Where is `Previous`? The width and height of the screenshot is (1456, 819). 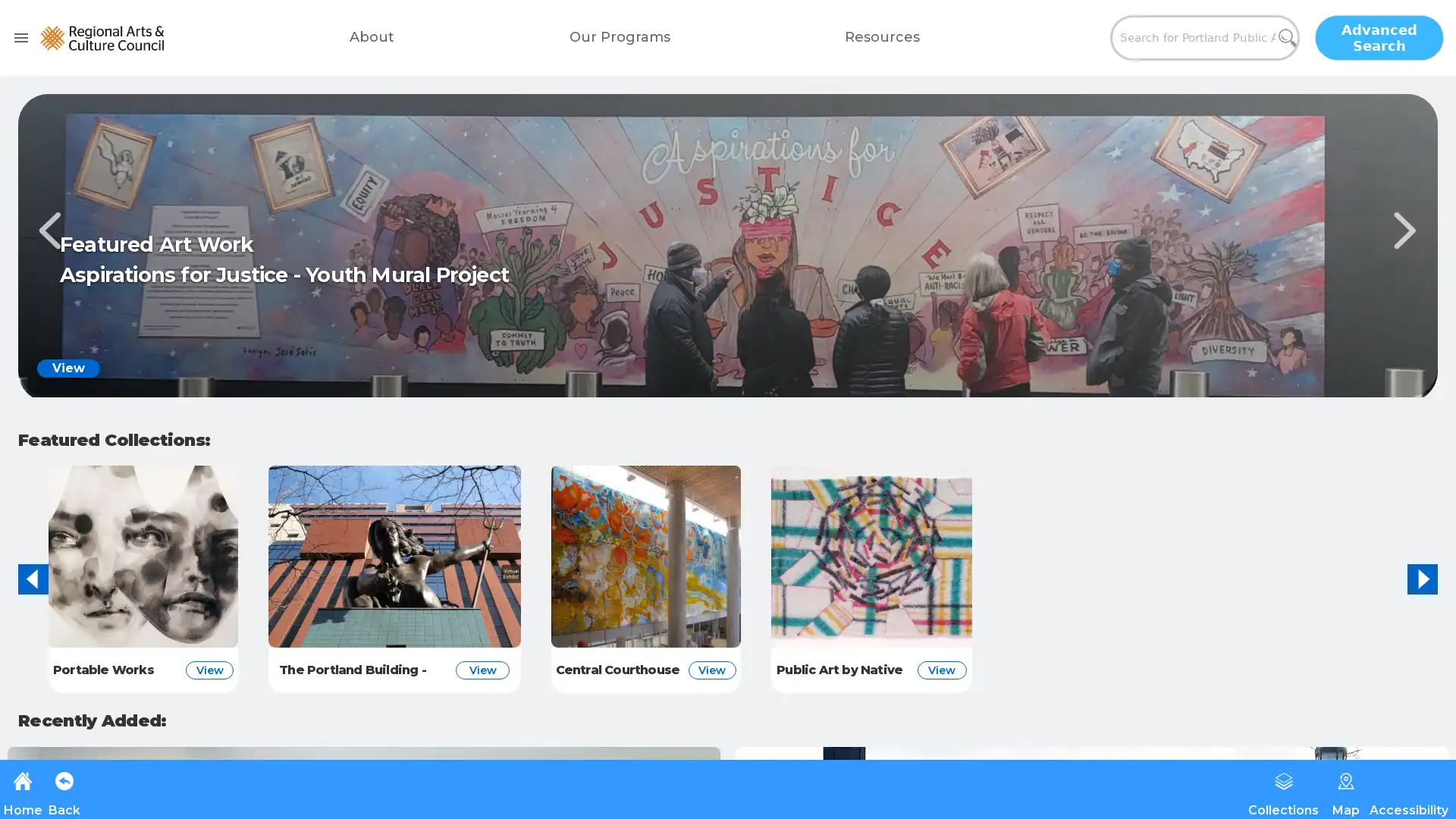 Previous is located at coordinates (231, 231).